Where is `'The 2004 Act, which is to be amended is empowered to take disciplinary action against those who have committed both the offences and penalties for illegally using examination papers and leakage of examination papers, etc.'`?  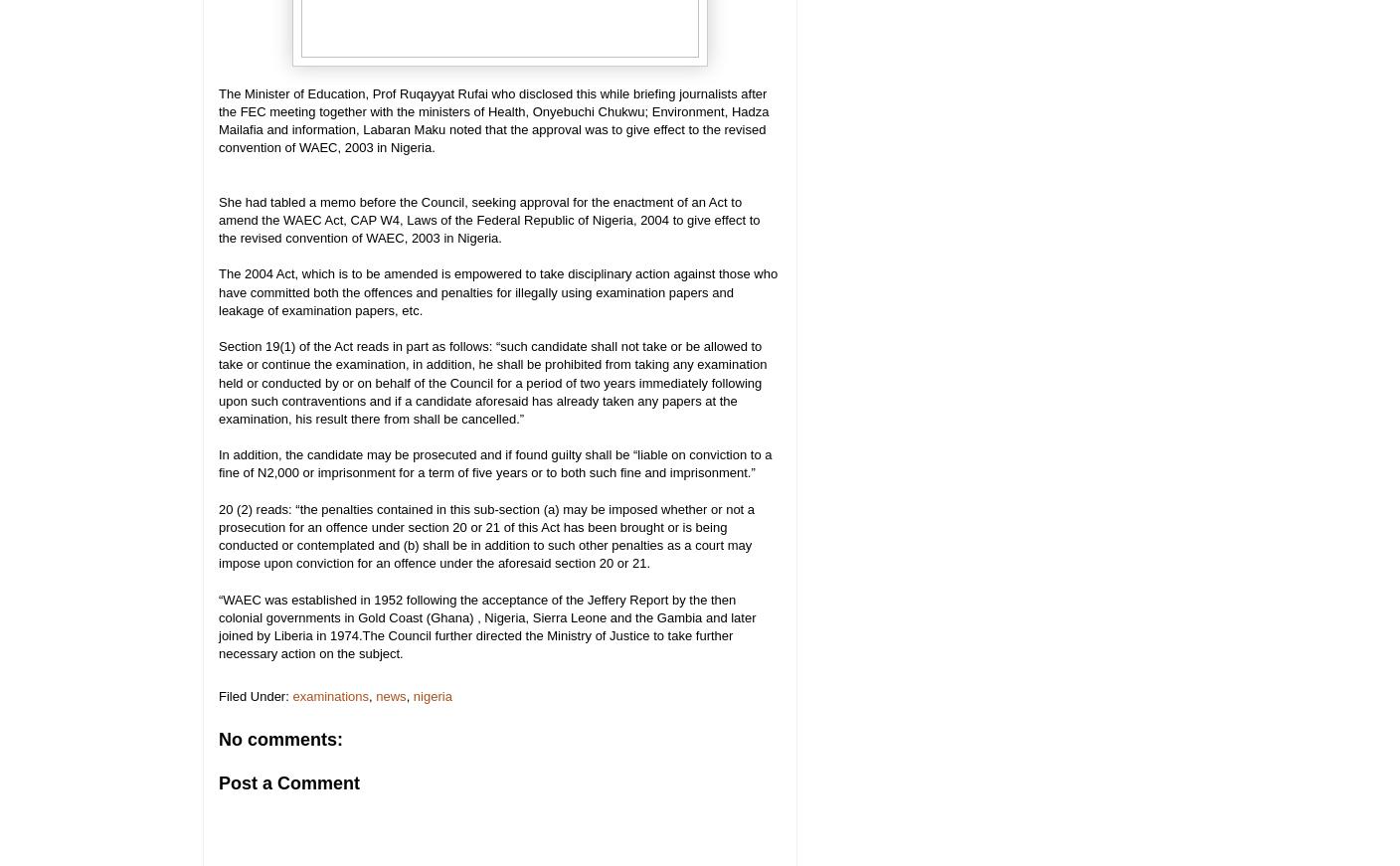
'The 2004 Act, which is to be amended is empowered to take disciplinary action against those who have committed both the offences and penalties for illegally using examination papers and leakage of examination papers, etc.' is located at coordinates (497, 290).